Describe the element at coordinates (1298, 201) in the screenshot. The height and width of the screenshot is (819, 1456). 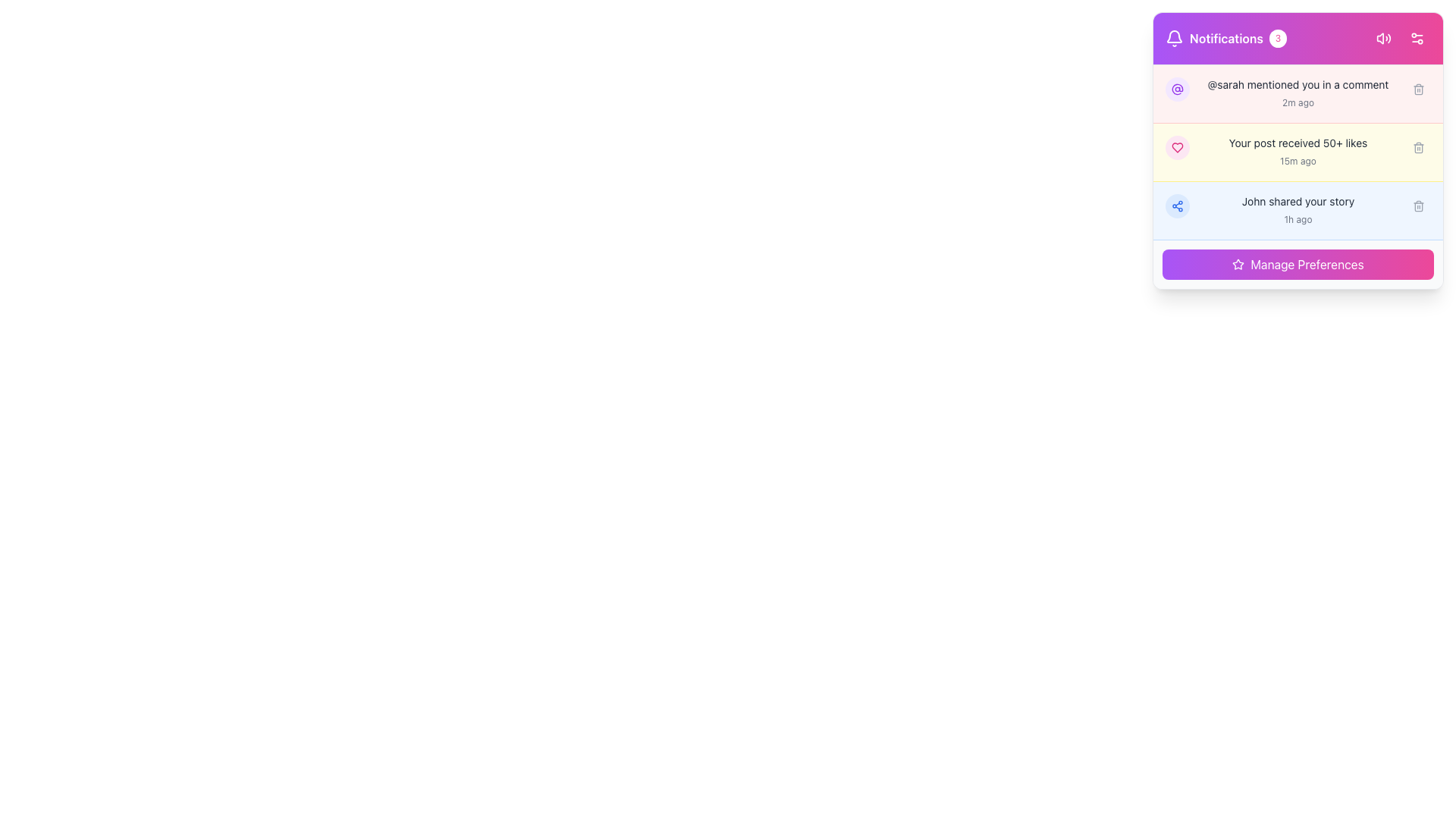
I see `the text element that informs the user about John sharing their story, which is part of a notification in a sidebar notification panel` at that location.